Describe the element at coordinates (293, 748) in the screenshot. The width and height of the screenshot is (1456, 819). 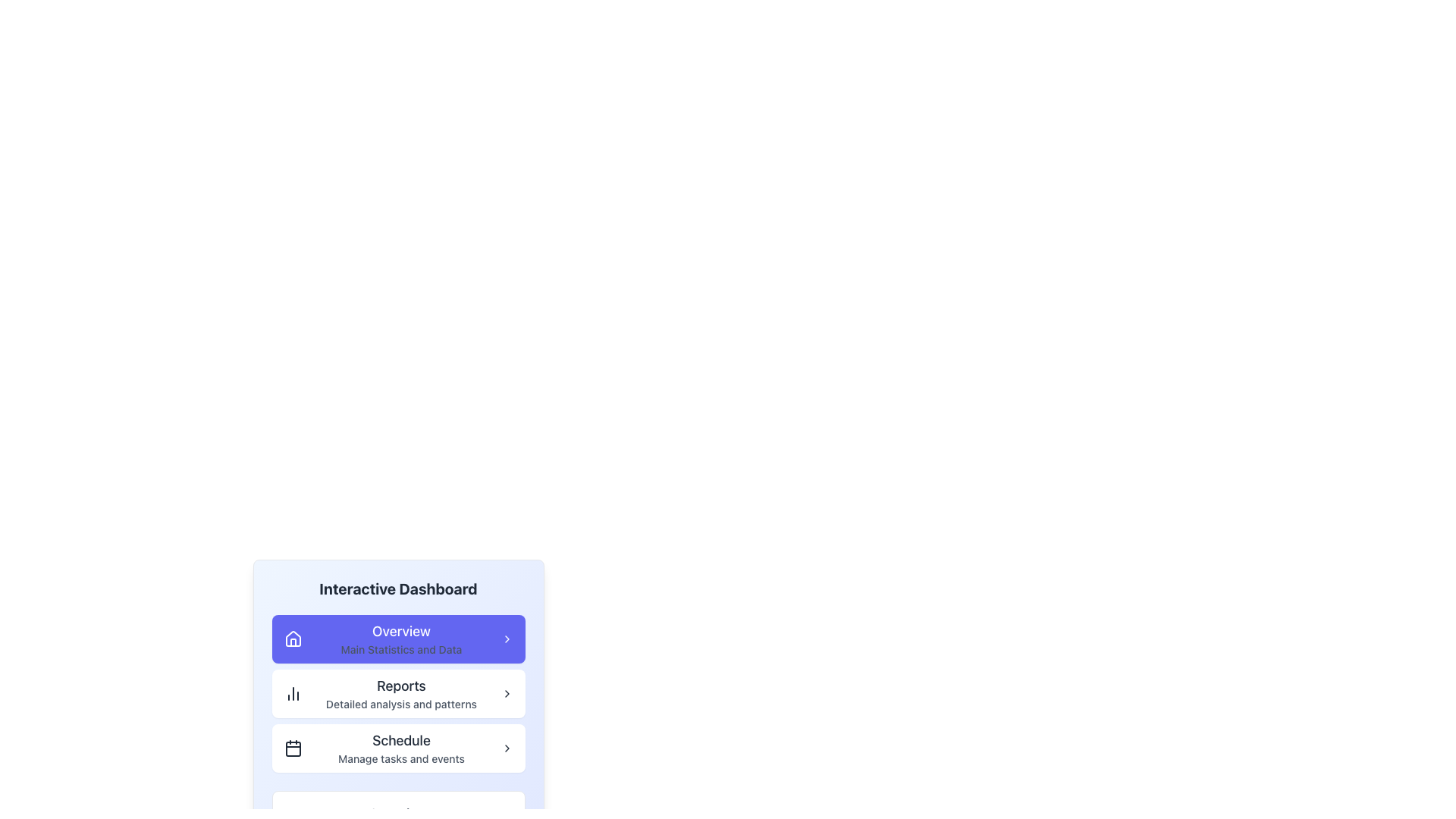
I see `the SVG rectangle that is part of the calendar icon in the 'Schedule' entry of the sidebar menu, located below the 'Reports' entry` at that location.